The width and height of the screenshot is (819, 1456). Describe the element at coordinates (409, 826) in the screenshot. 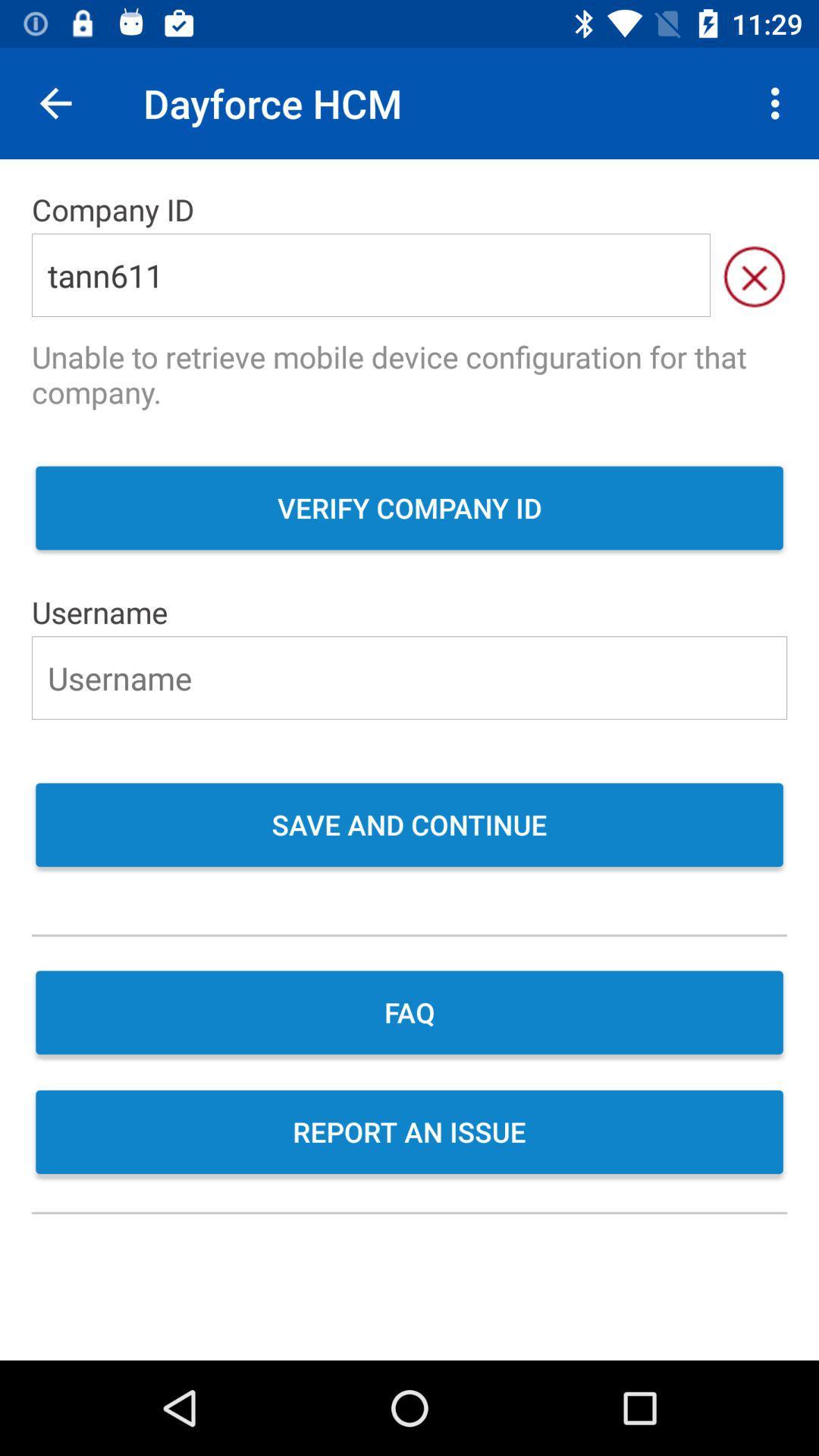

I see `save and continue item` at that location.